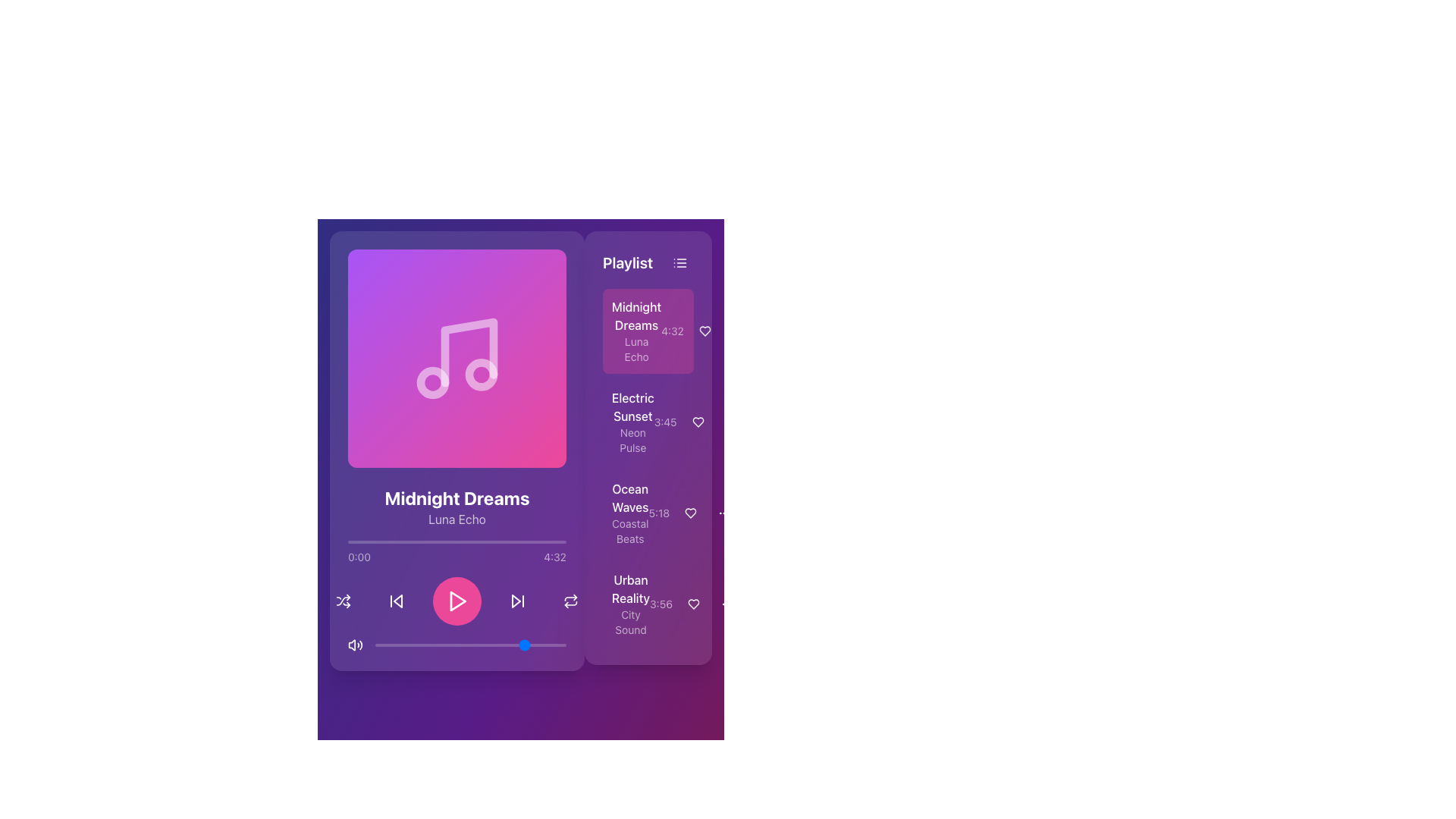 The image size is (1456, 819). Describe the element at coordinates (457, 601) in the screenshot. I see `the main play or pause button located centrally beneath the progress bar of the music player interface for keyboard interactions` at that location.